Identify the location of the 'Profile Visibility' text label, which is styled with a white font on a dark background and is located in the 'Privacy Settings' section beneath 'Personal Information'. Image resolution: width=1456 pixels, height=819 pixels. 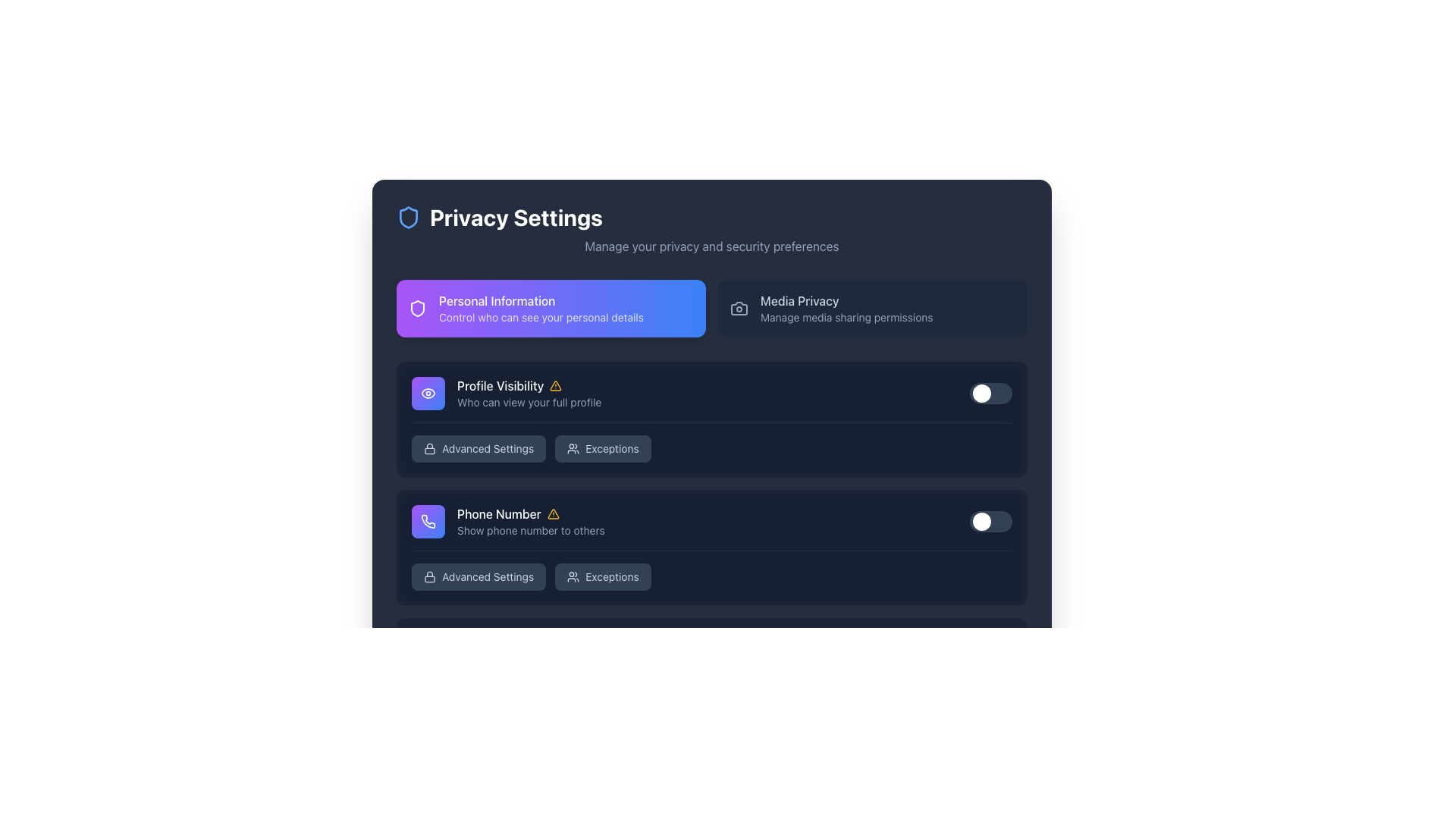
(529, 385).